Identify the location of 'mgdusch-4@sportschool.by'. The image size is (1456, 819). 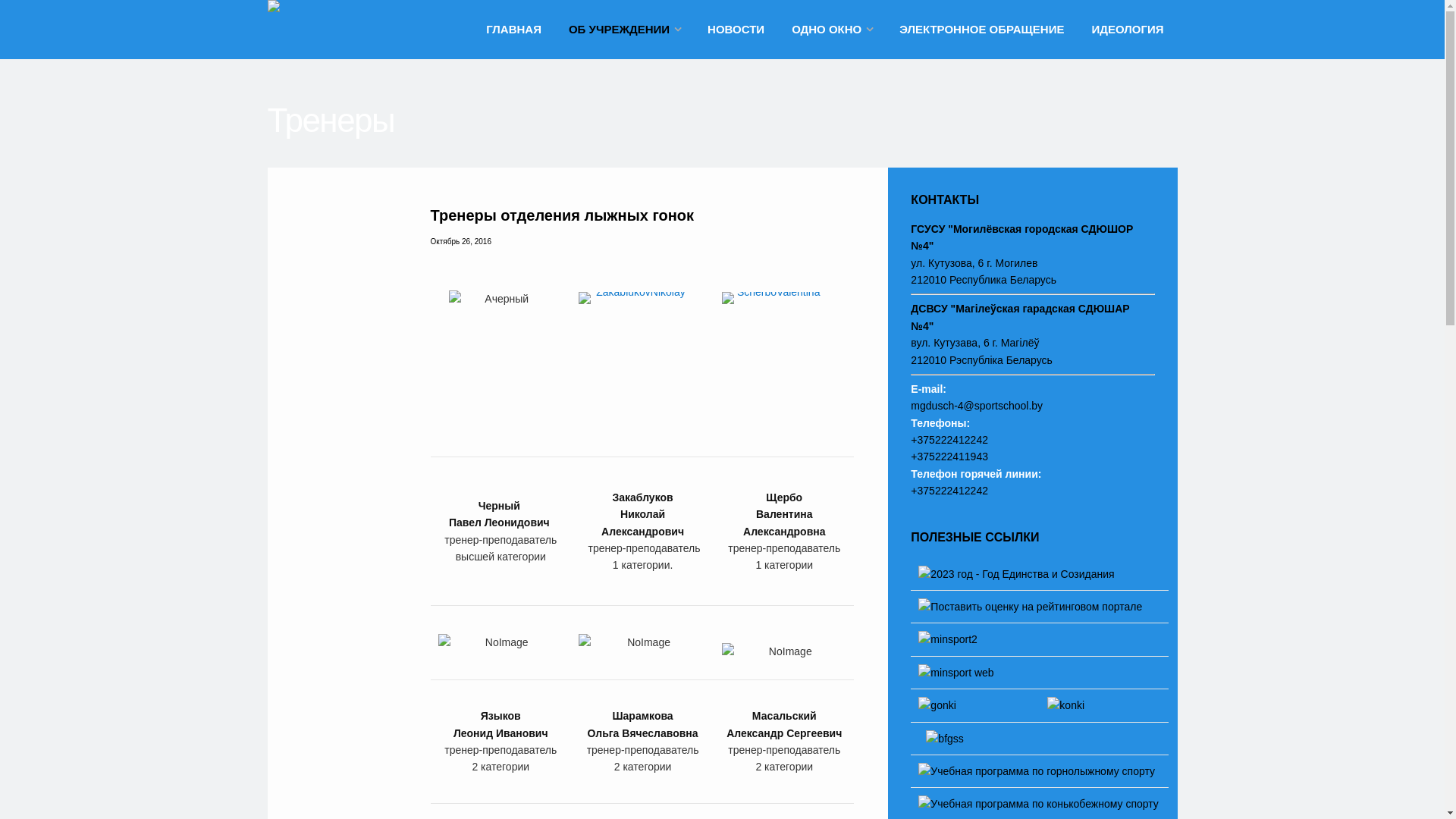
(910, 405).